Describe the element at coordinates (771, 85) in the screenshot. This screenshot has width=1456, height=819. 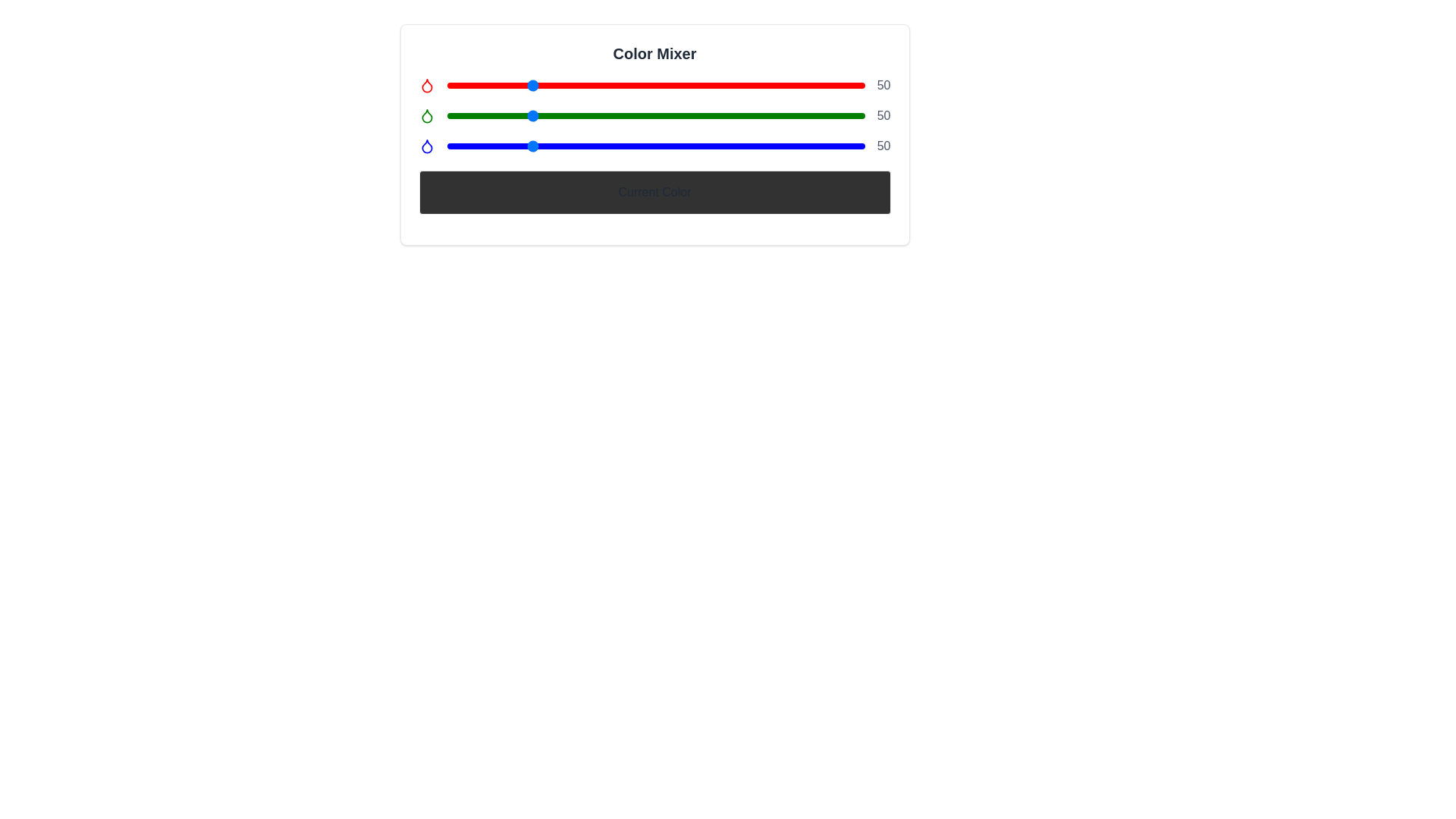
I see `the red color slider to 198` at that location.